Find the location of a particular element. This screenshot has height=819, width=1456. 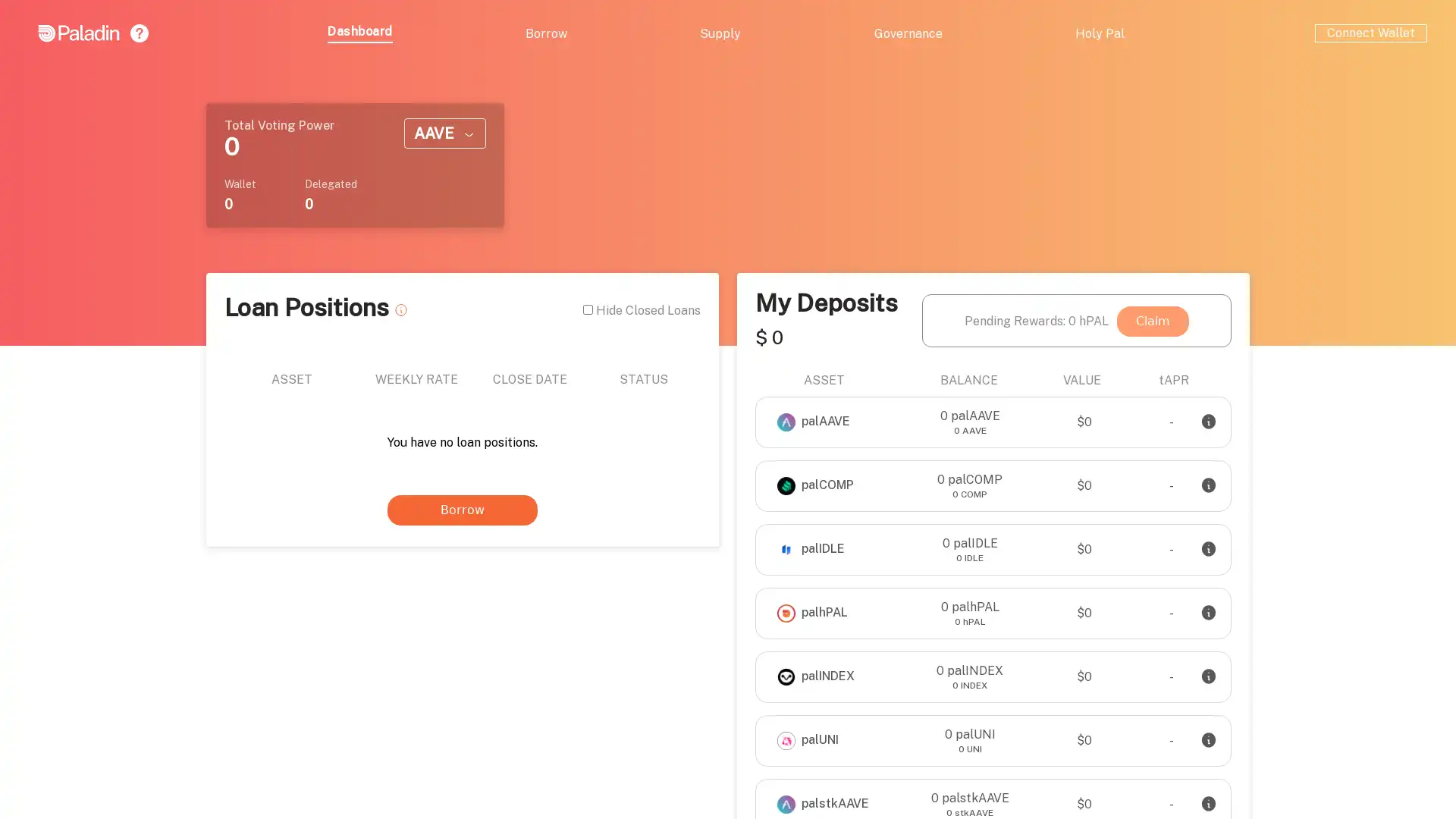

Claim is located at coordinates (1153, 320).